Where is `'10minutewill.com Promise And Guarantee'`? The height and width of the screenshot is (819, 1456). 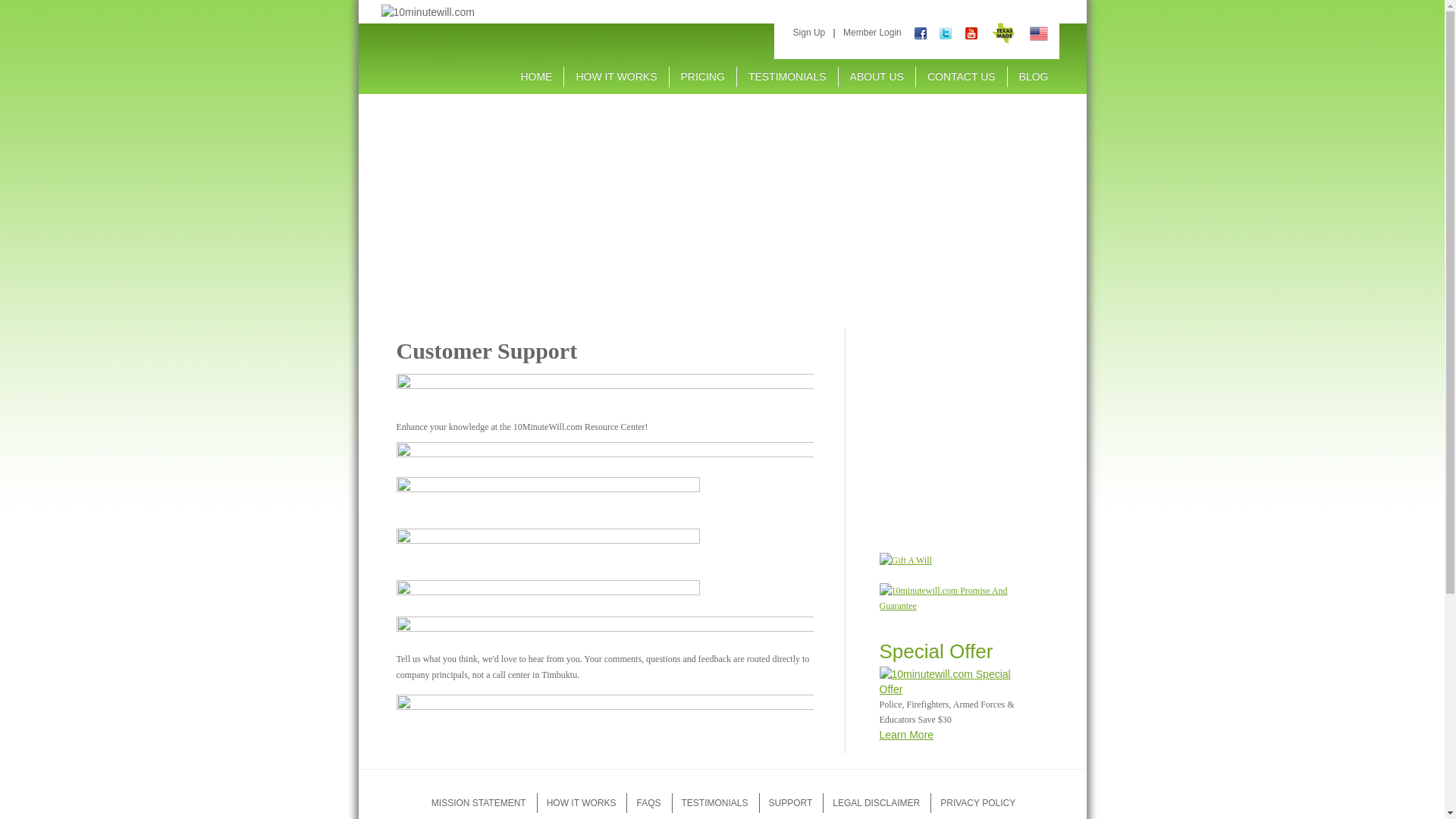
'10minutewill.com Promise And Guarantee' is located at coordinates (950, 598).